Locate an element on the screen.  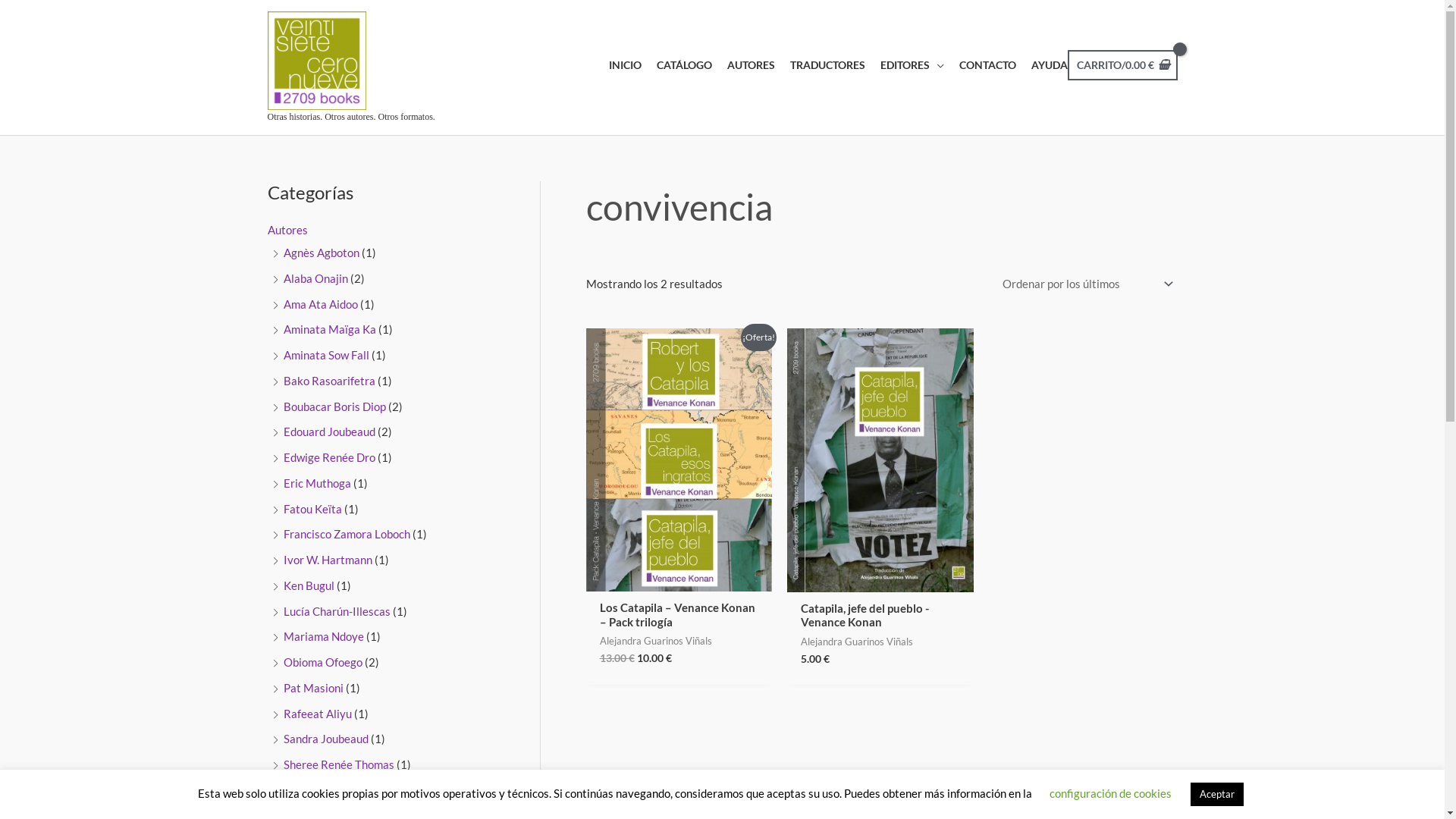
'Aminata Sow Fall' is located at coordinates (284, 354).